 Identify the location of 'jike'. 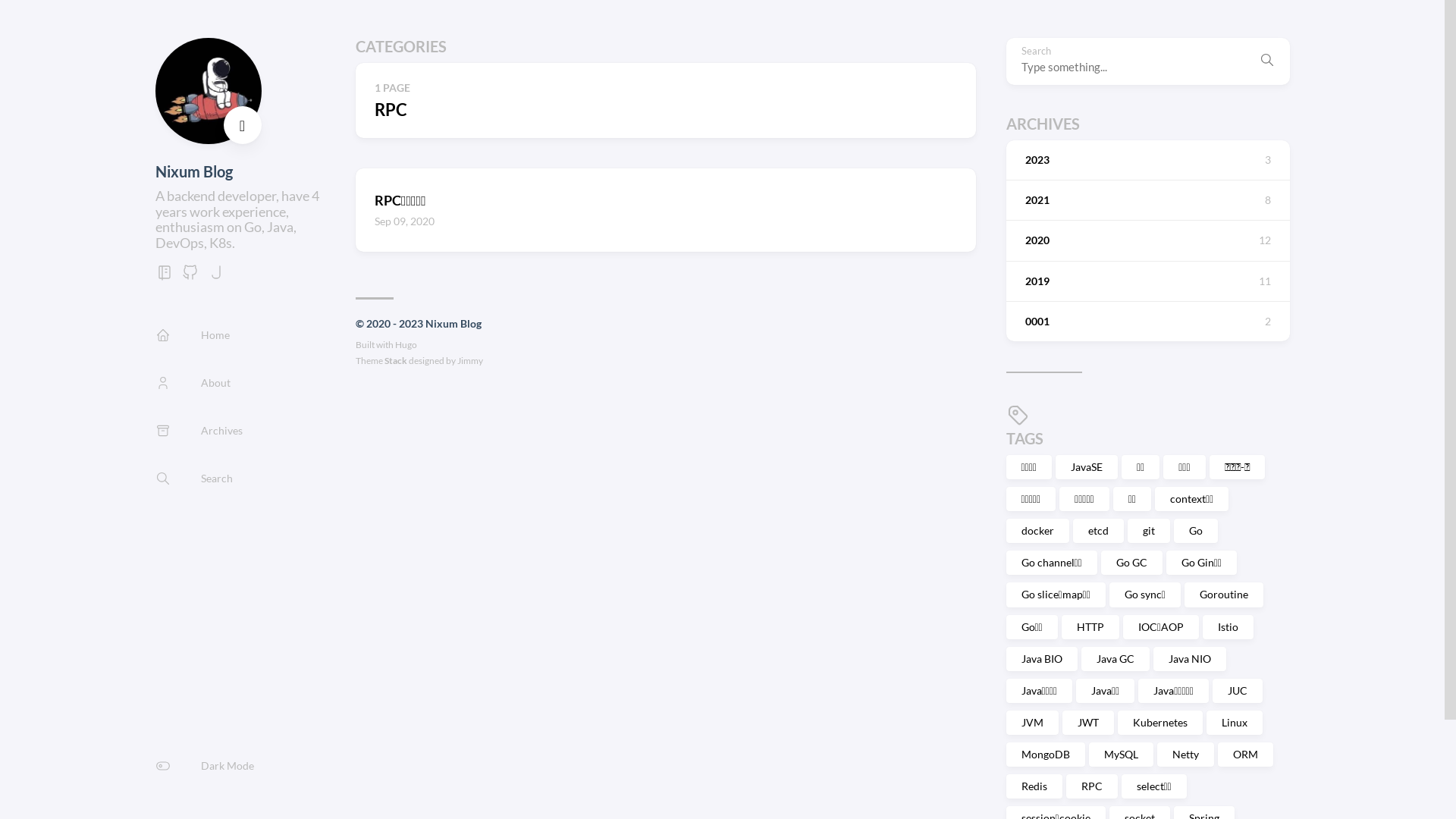
(214, 276).